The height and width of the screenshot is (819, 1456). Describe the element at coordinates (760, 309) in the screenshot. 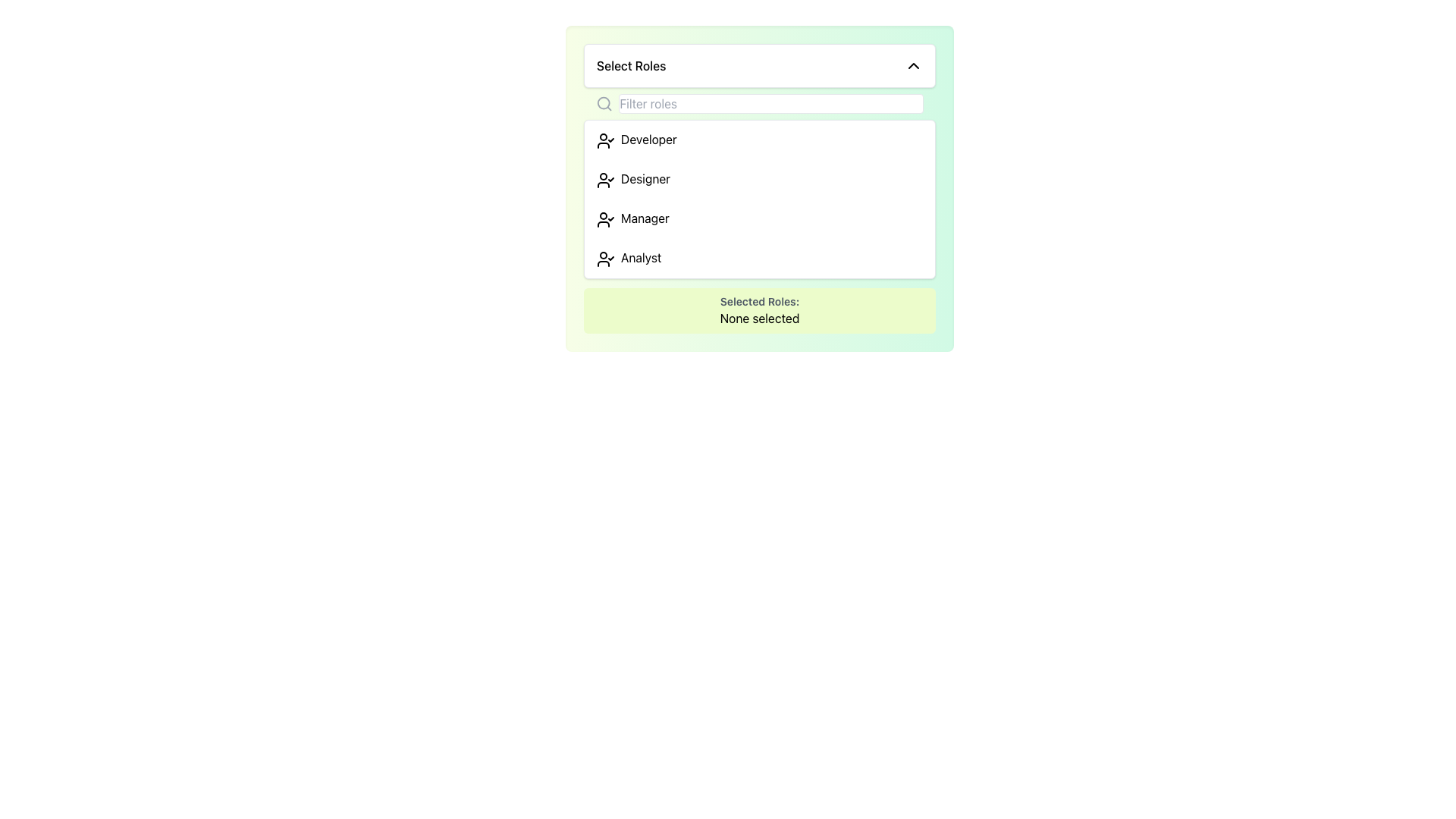

I see `the displayed text in the informational Text Display Box located below the last listed role ('Analyst')` at that location.